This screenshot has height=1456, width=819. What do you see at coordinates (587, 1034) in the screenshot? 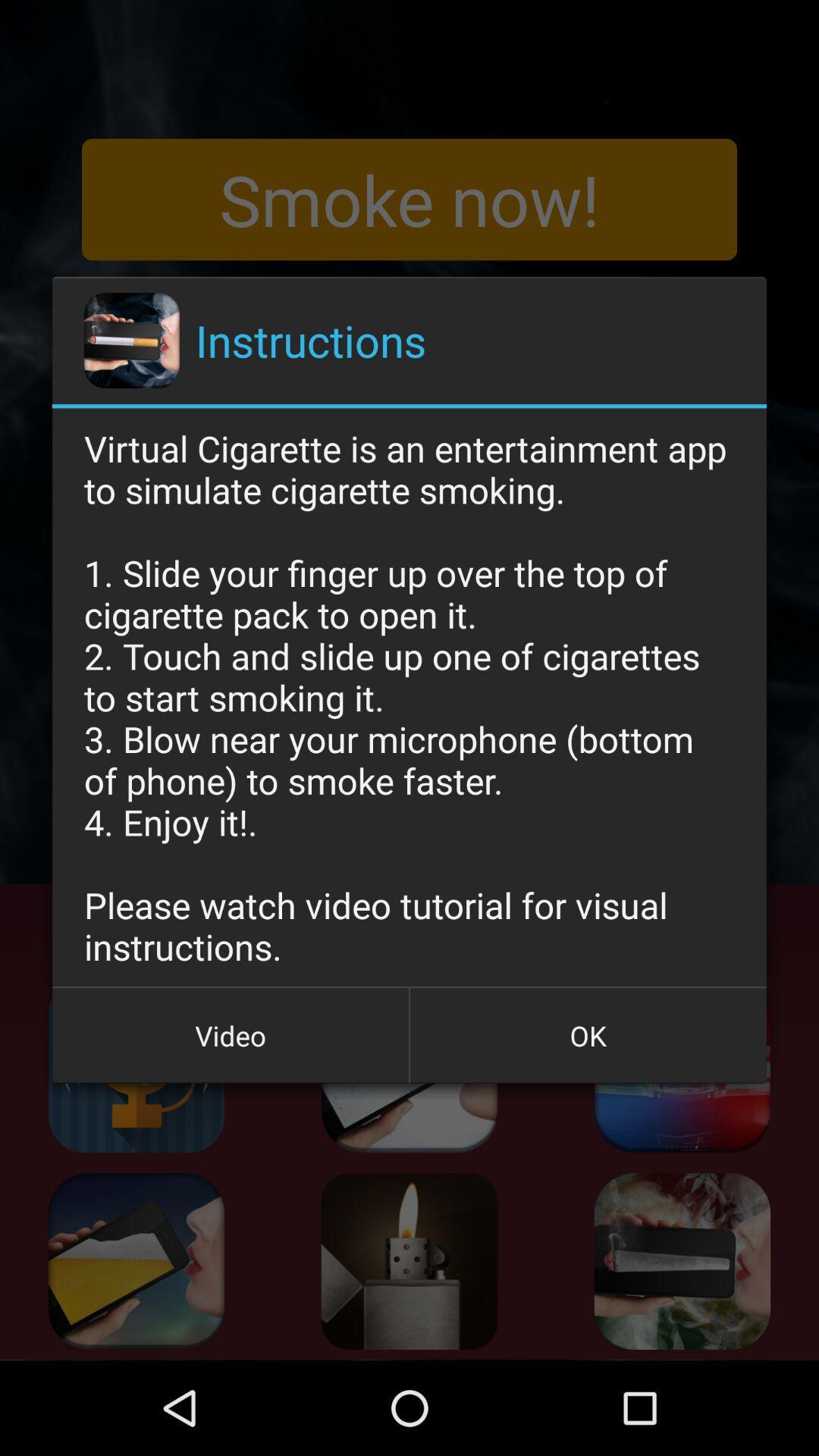
I see `the icon to the right of the video button` at bounding box center [587, 1034].